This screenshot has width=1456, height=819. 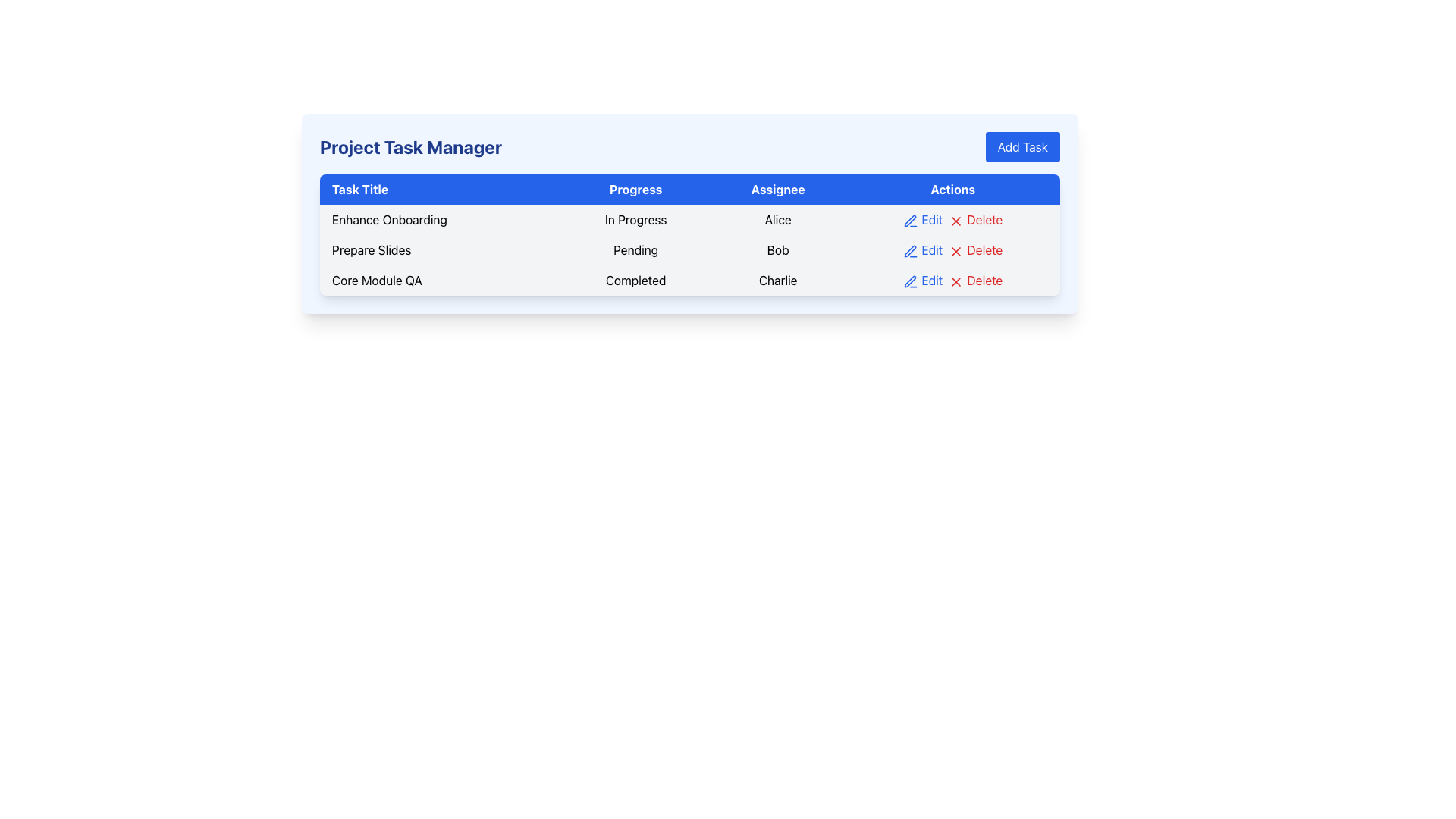 What do you see at coordinates (778, 281) in the screenshot?
I see `the text label for the assignee in the third row of the table under the 'Assignee' column, which identifies the assignee for the 'Core Module QA' task` at bounding box center [778, 281].